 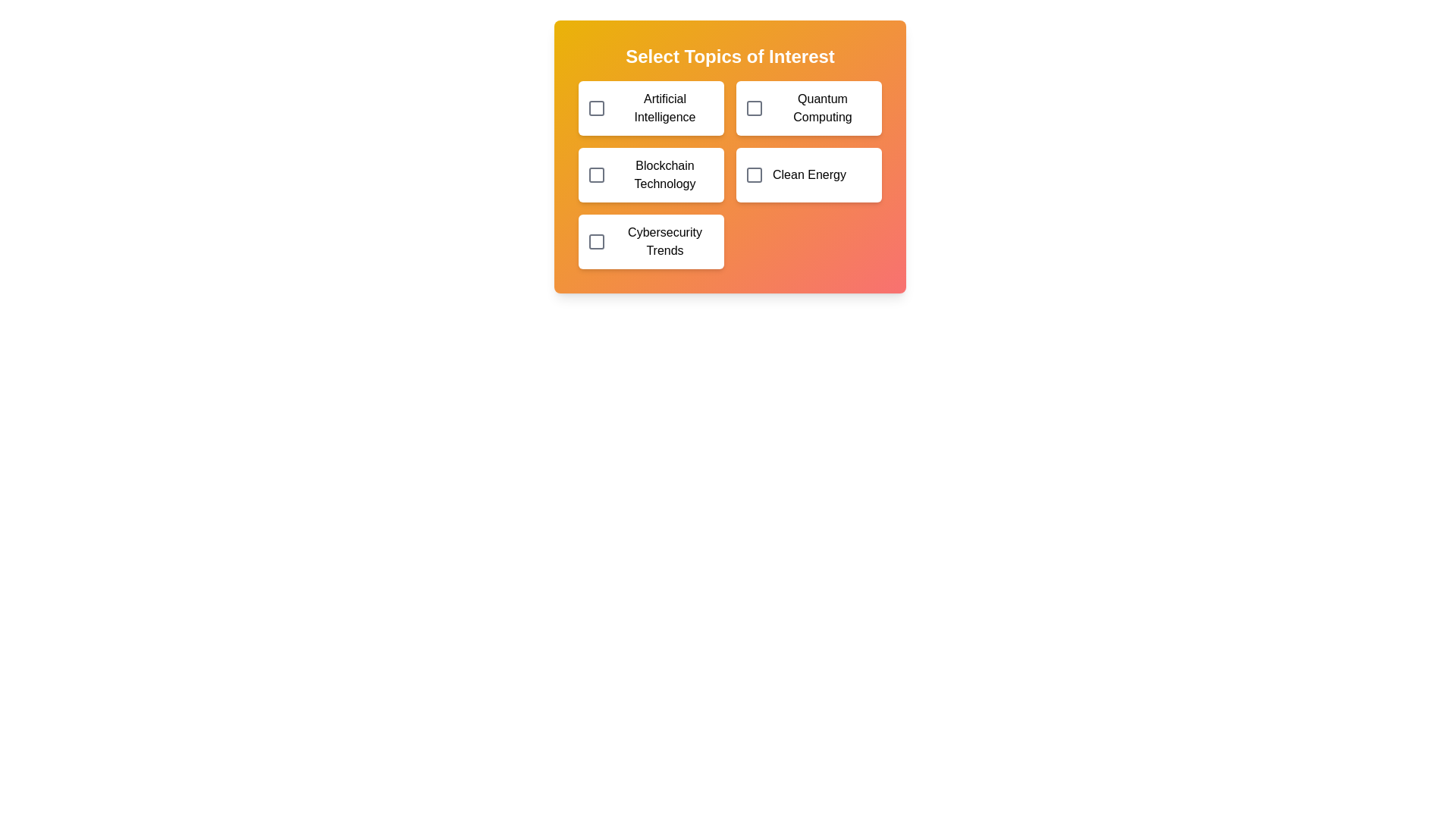 I want to click on the checkbox corresponding to the topic Quantum Computing to select or deselect it, so click(x=754, y=107).